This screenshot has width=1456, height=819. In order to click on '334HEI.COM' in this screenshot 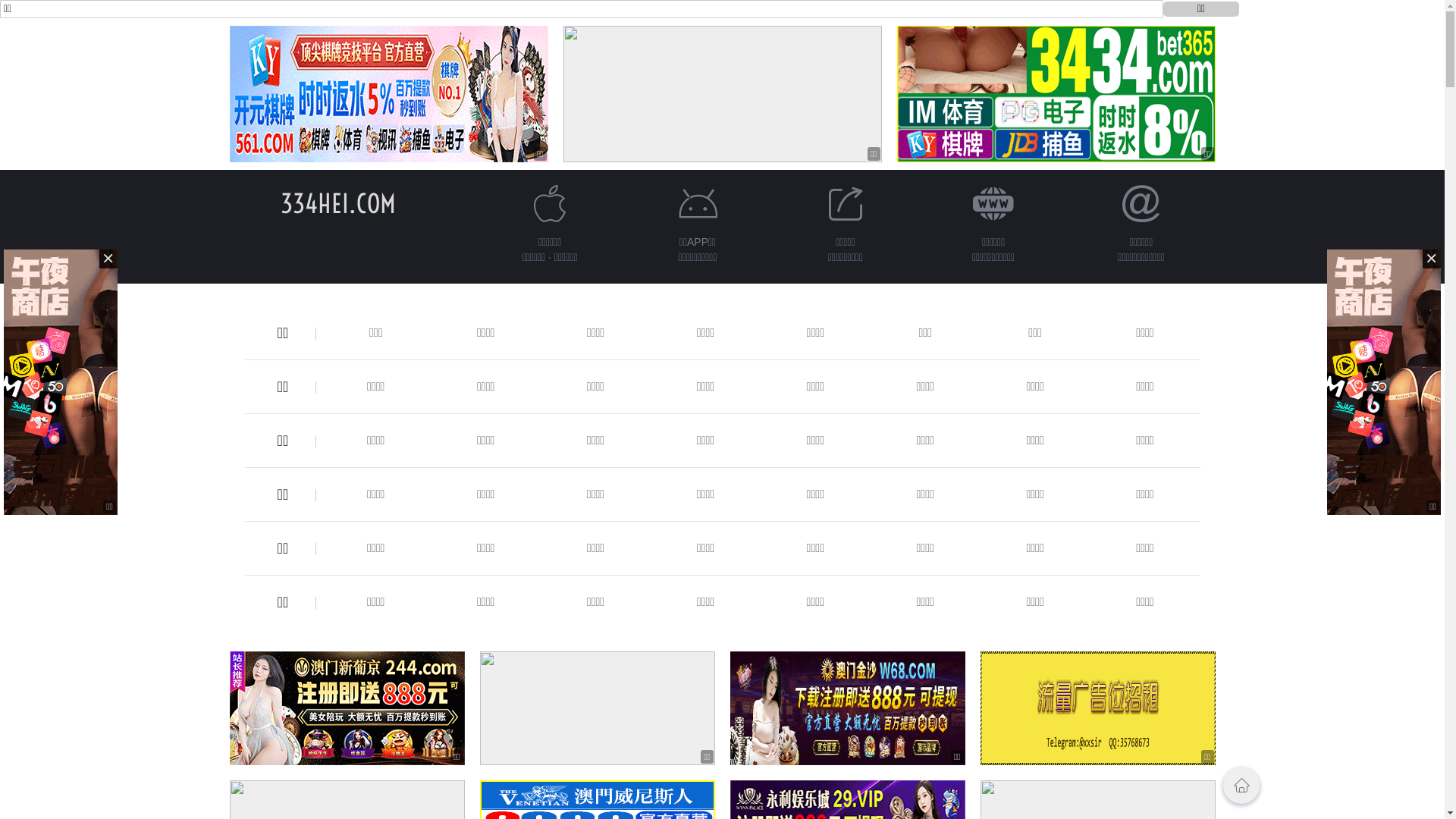, I will do `click(337, 202)`.